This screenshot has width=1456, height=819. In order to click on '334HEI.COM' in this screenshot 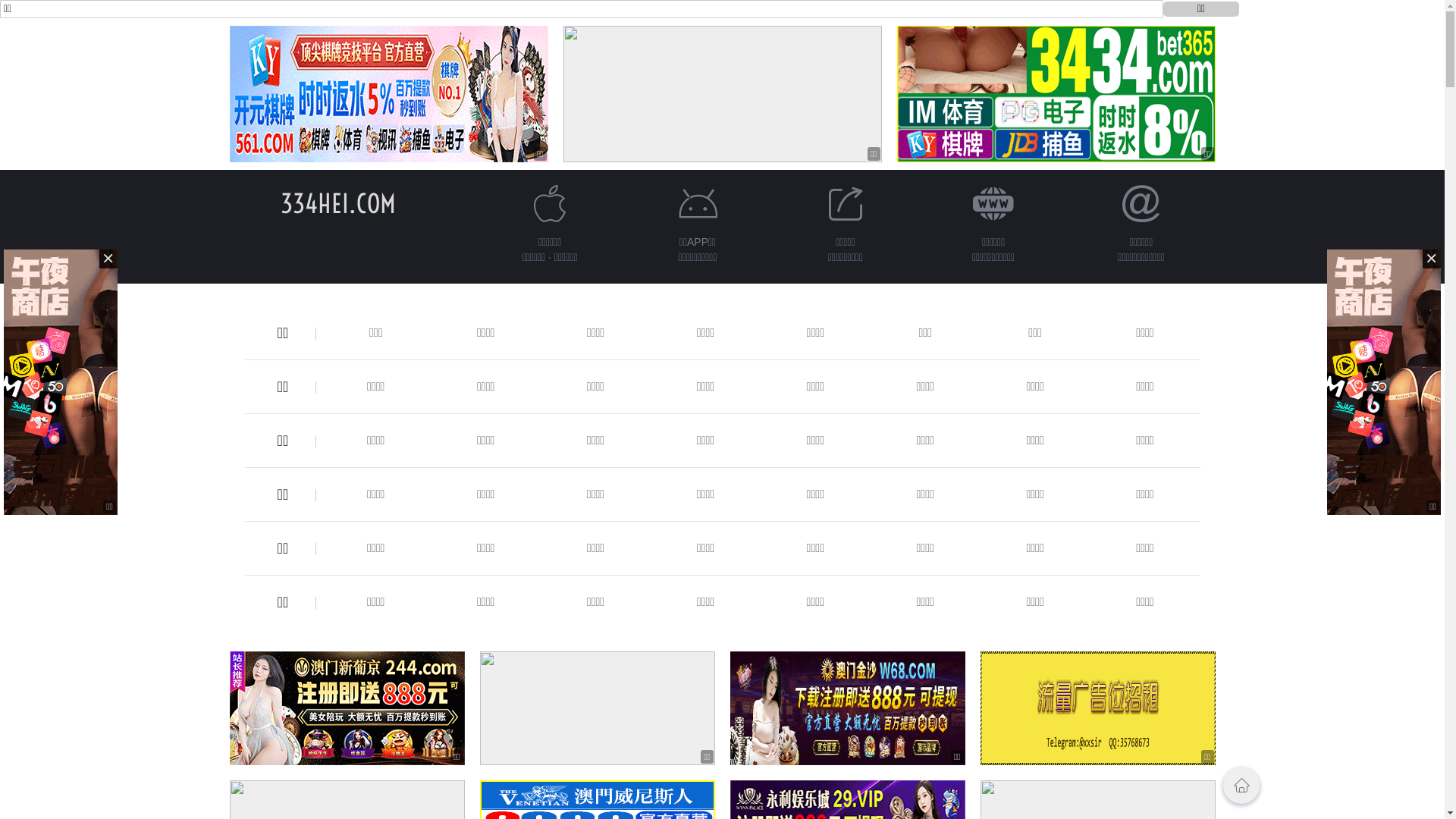, I will do `click(337, 202)`.